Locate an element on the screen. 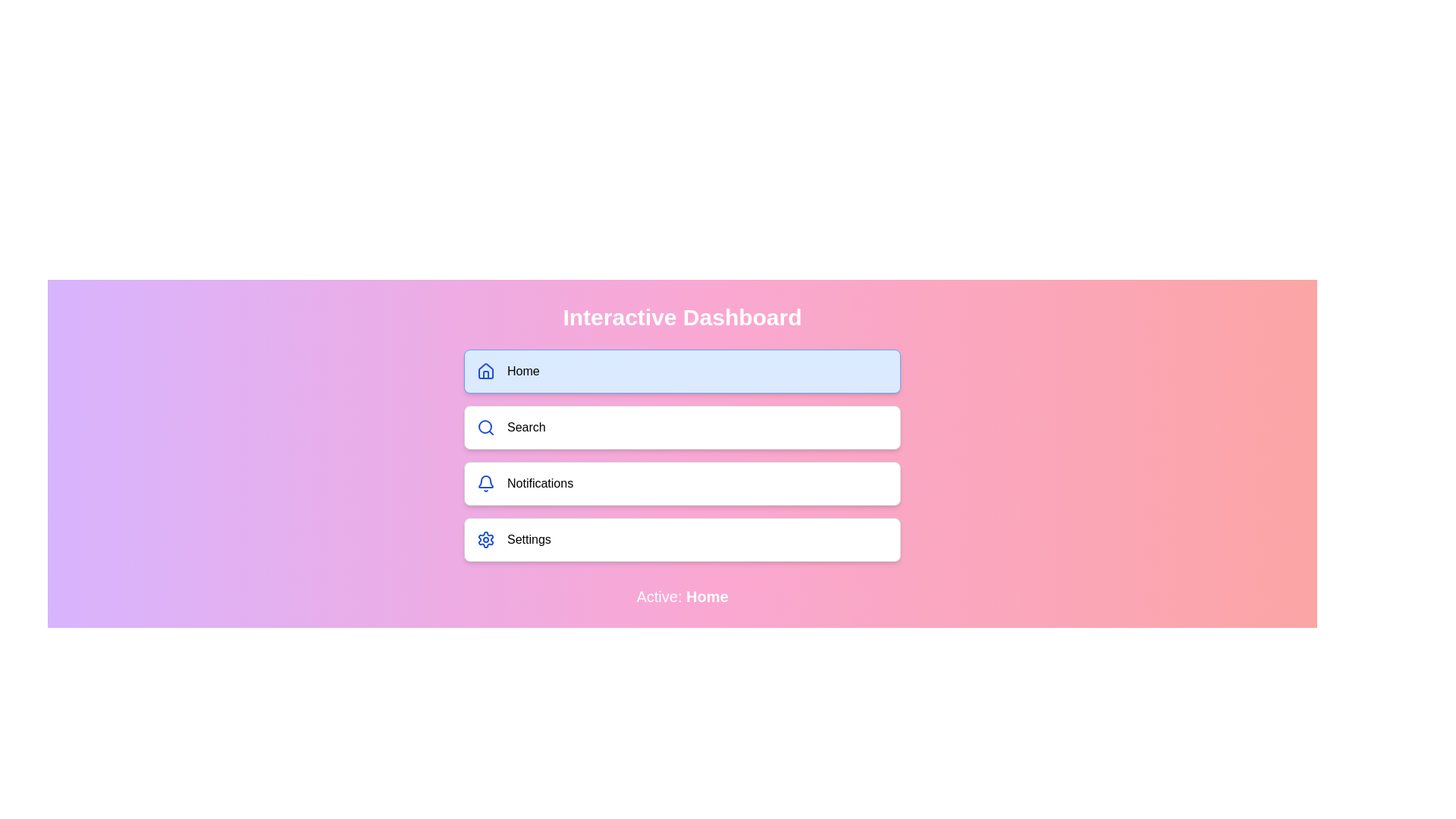 The height and width of the screenshot is (819, 1456). the Search navigation menu item is located at coordinates (682, 427).